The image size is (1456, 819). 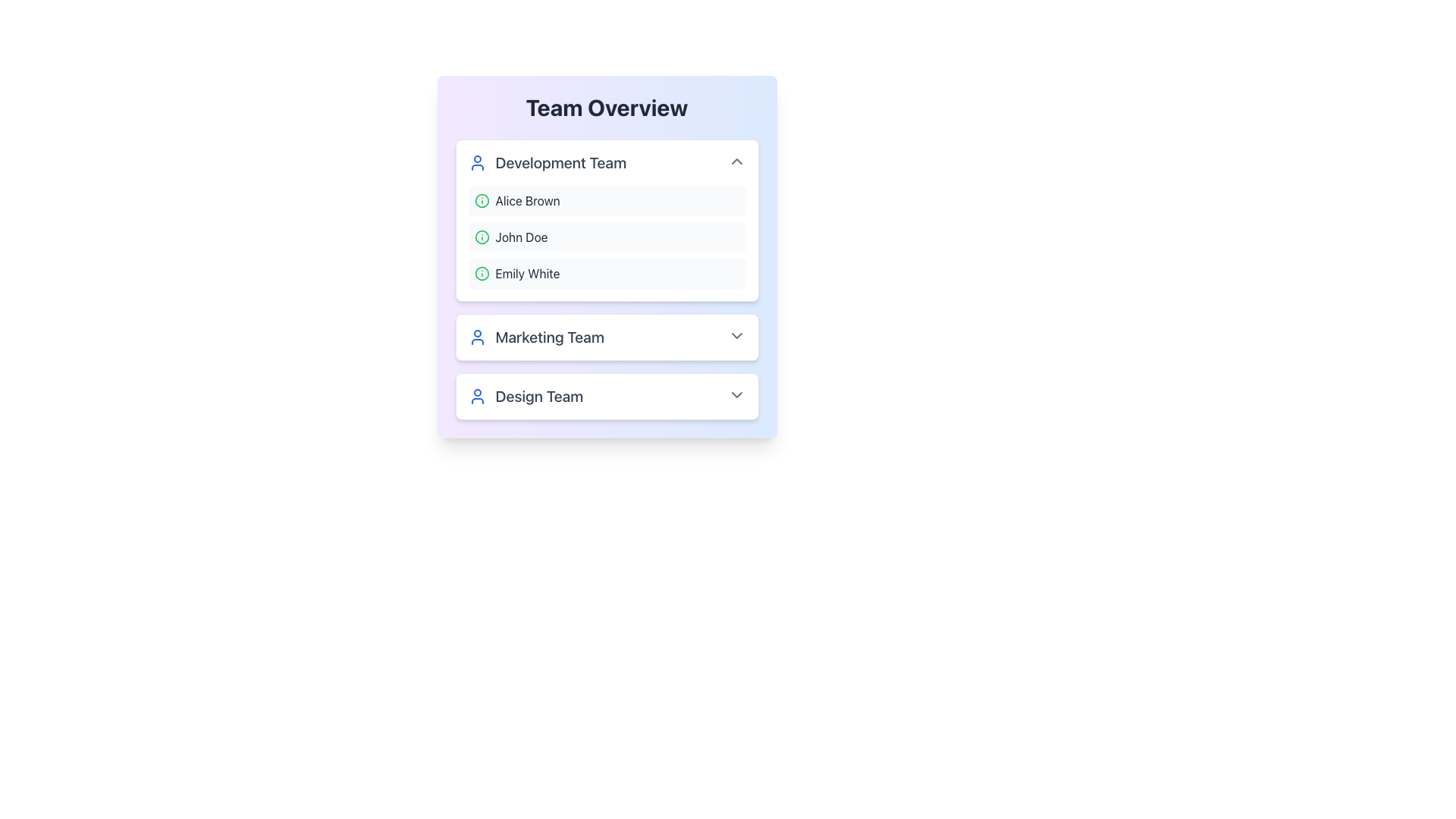 I want to click on the 'Design Team' text label, which is displayed in bold gray font and positioned to the right of a blue user icon, so click(x=539, y=396).